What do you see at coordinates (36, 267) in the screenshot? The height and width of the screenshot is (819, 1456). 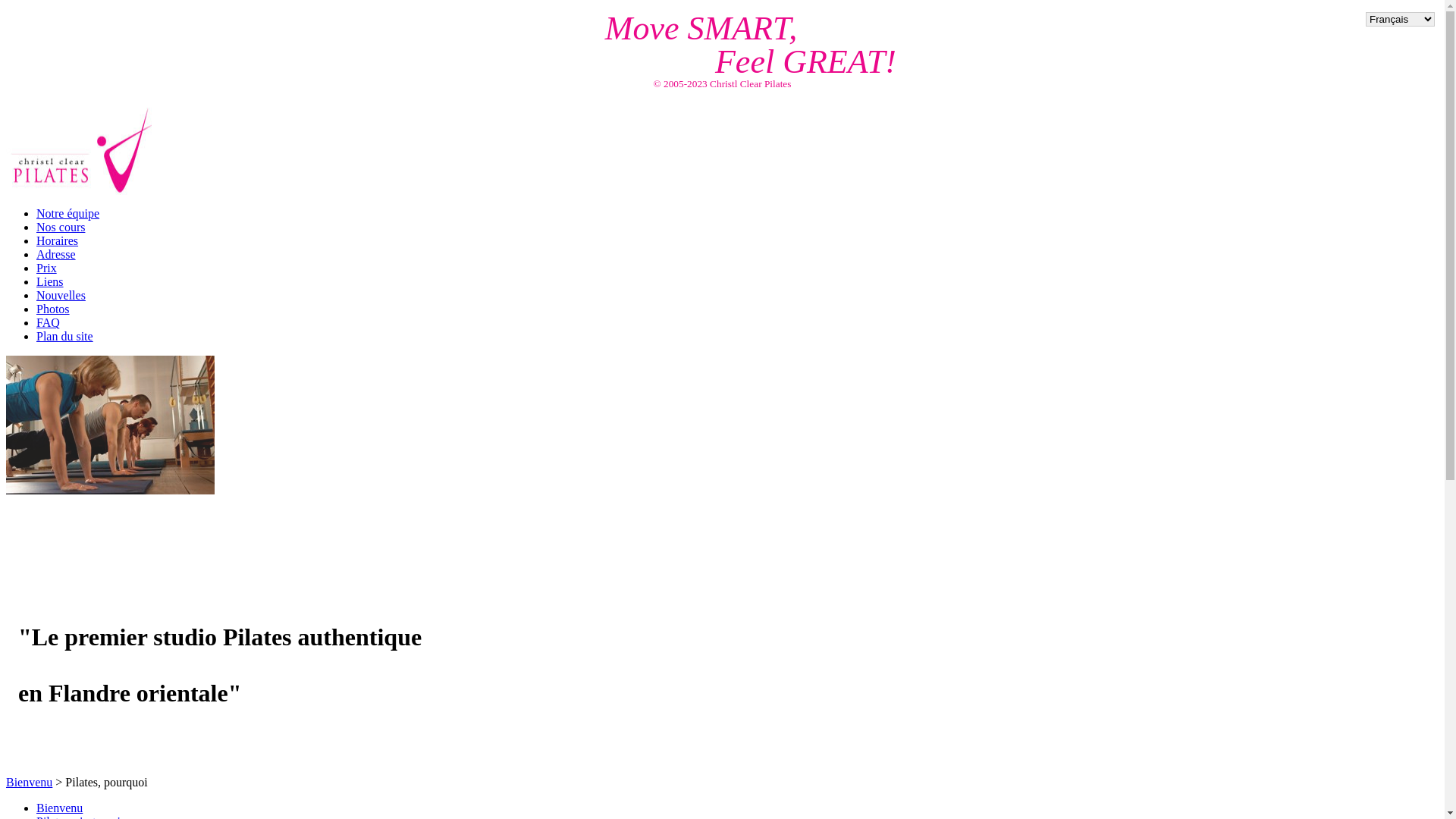 I see `'Prix'` at bounding box center [36, 267].